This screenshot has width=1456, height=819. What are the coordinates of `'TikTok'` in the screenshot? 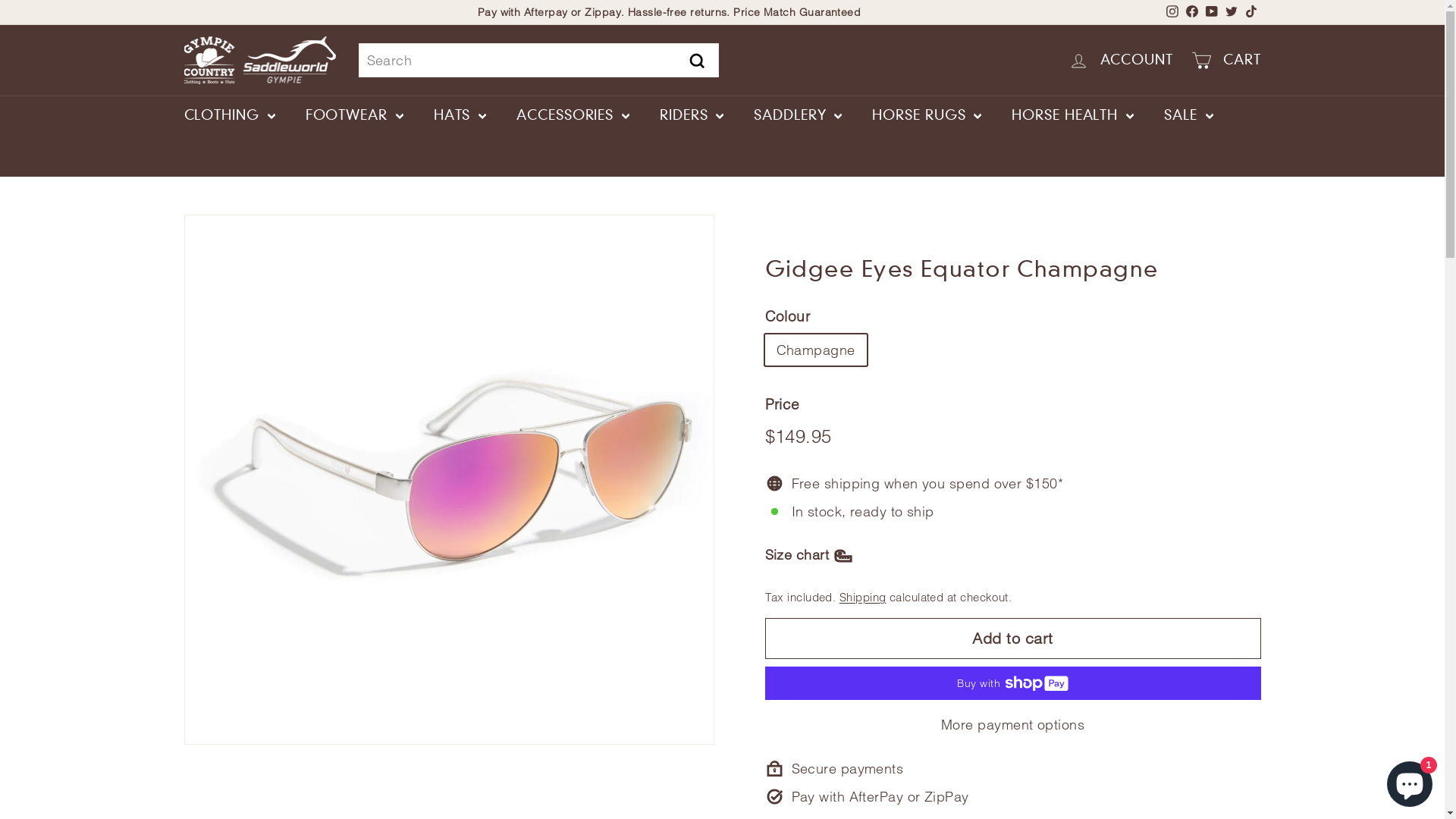 It's located at (1250, 12).